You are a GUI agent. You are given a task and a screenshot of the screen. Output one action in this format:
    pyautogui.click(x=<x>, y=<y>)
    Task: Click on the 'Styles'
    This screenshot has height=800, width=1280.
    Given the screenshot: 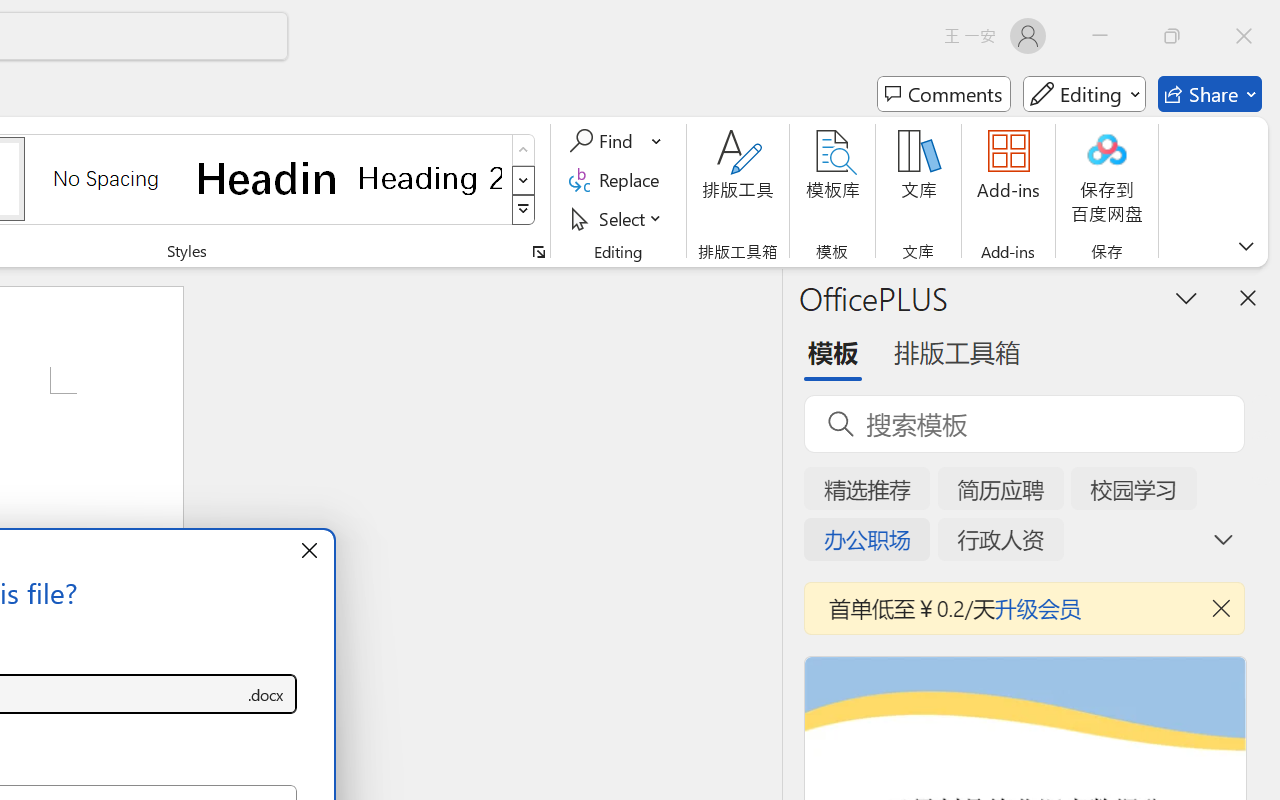 What is the action you would take?
    pyautogui.click(x=523, y=210)
    